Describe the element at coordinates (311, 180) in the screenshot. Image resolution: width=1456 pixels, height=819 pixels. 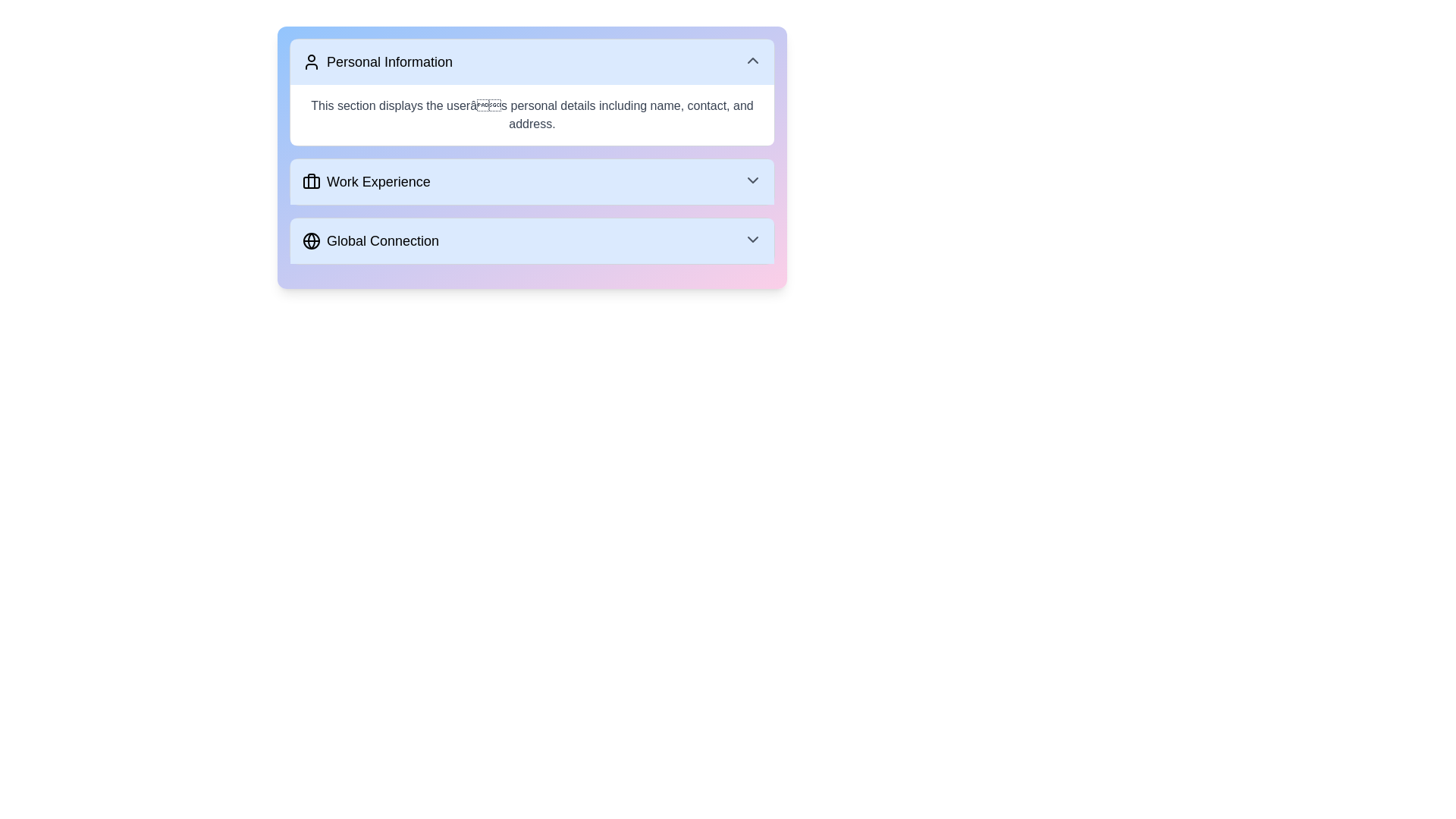
I see `the left vertical side of the briefcase icon in the 'Work Experience' section` at that location.